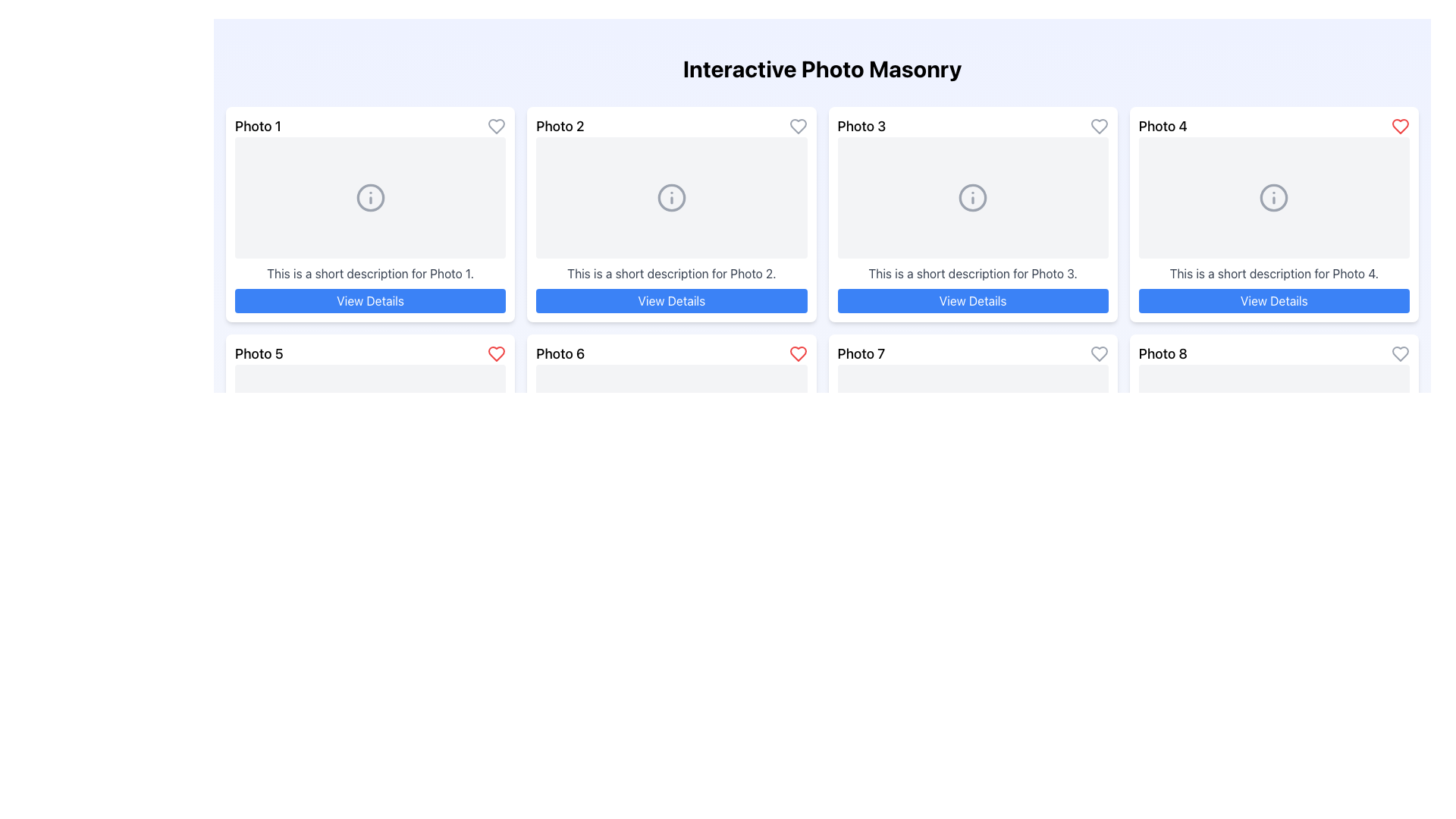  Describe the element at coordinates (1099, 125) in the screenshot. I see `the heart icon in the top-right corner of the 'Photo 3' card to indicate a 'like' or 'favorite' for the associated content` at that location.